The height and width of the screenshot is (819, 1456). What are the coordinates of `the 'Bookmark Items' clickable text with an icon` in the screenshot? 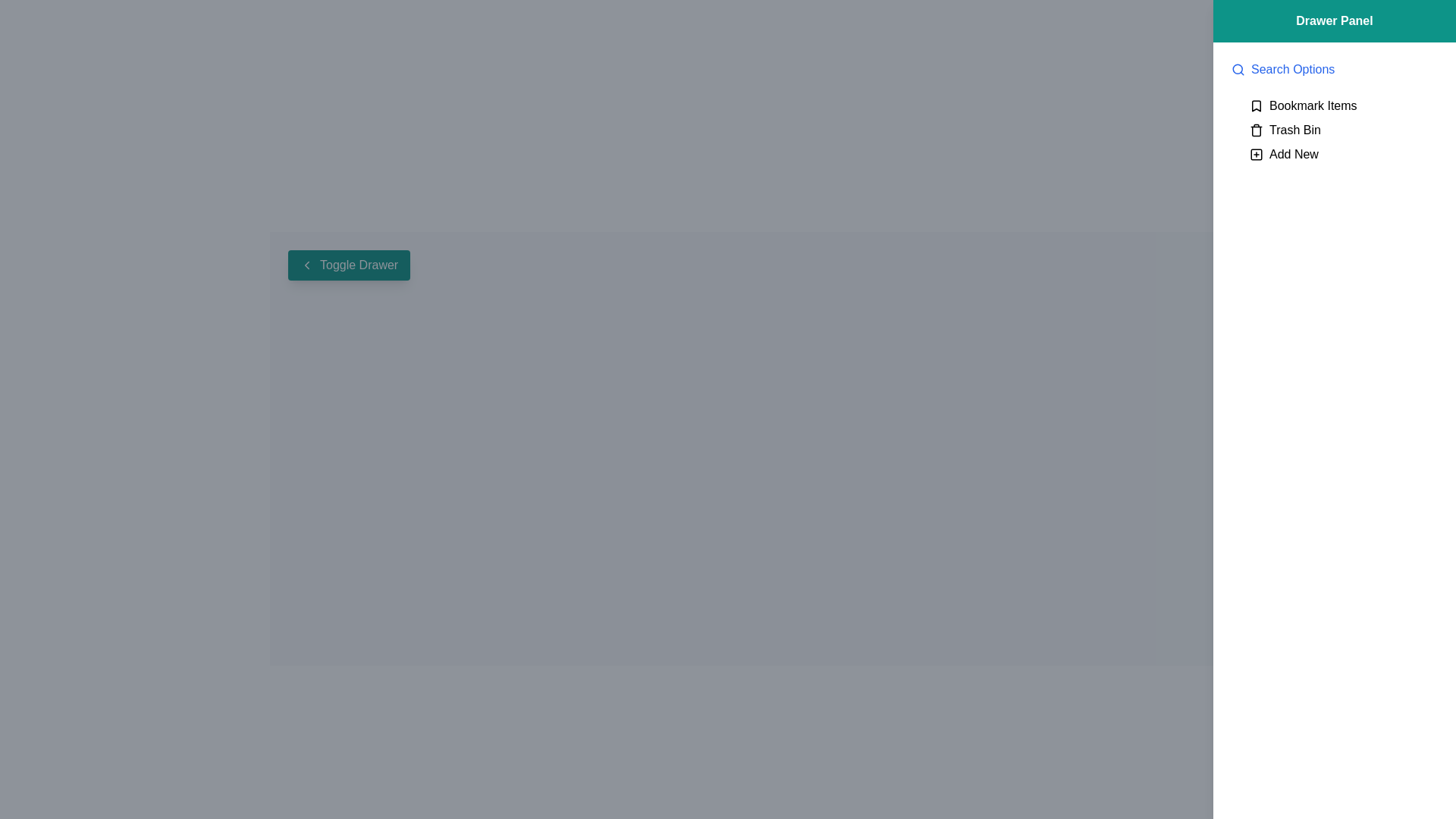 It's located at (1302, 105).